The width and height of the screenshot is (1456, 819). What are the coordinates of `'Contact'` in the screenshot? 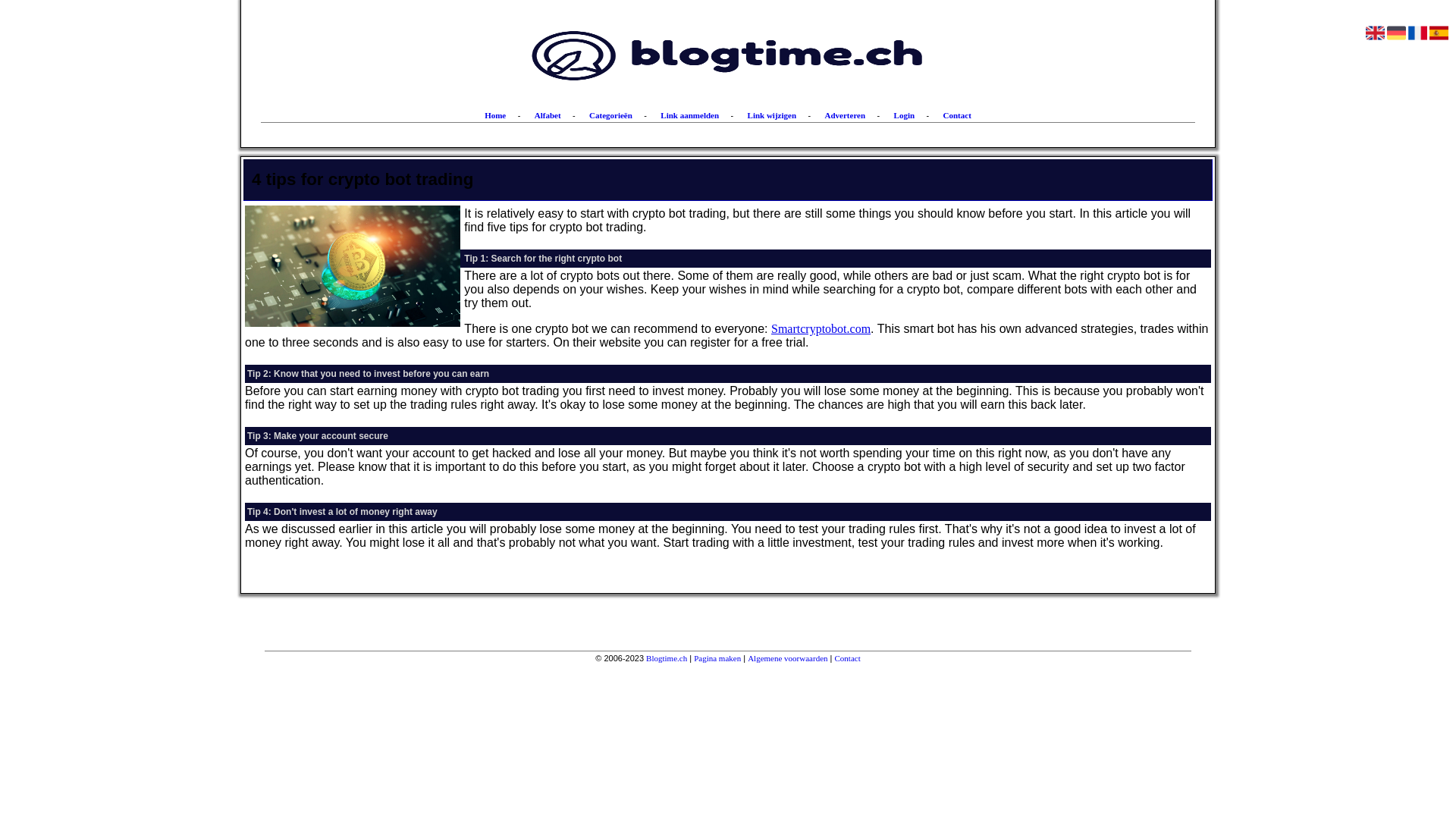 It's located at (956, 114).